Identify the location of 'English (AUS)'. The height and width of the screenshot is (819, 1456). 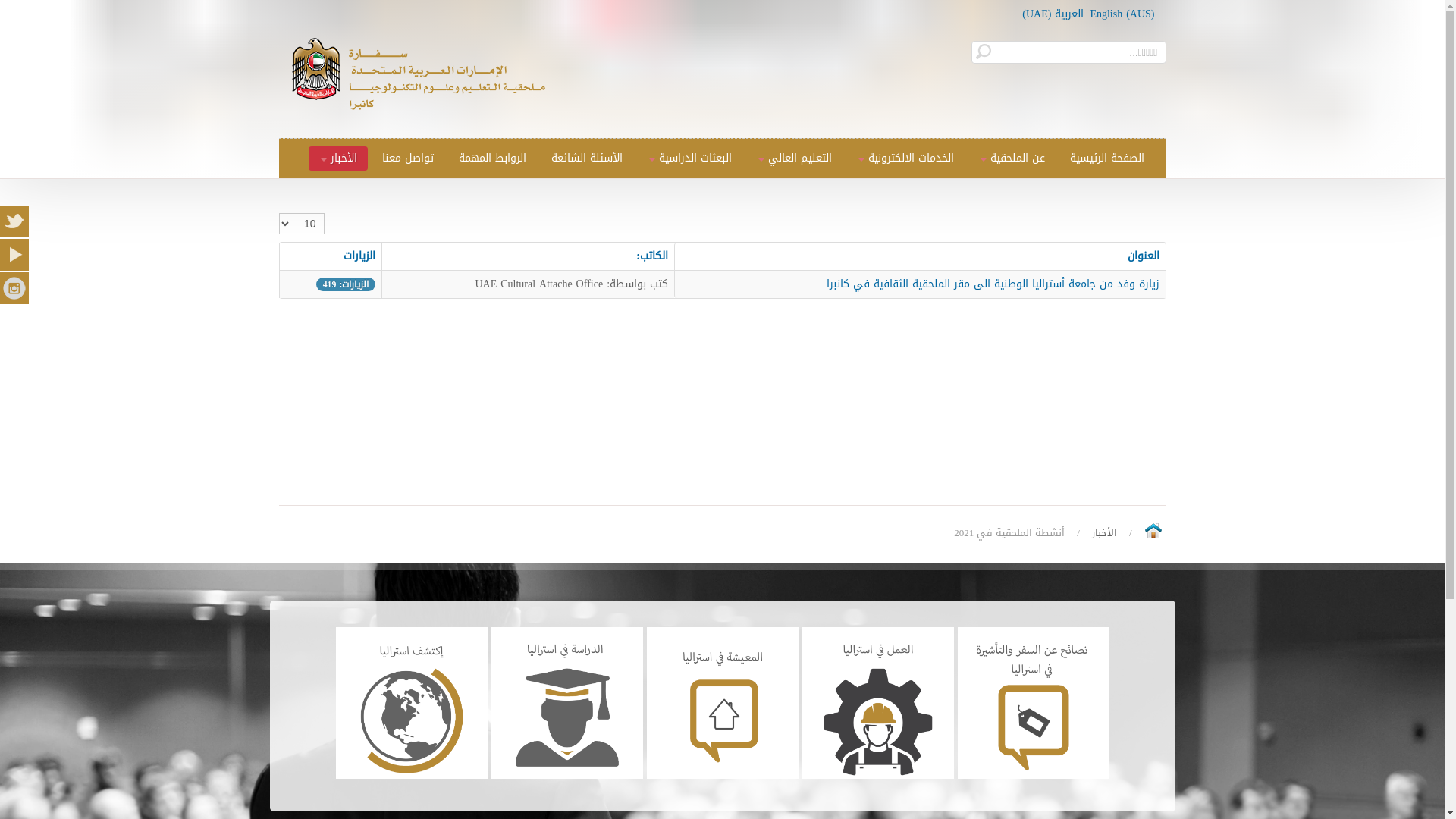
(1122, 14).